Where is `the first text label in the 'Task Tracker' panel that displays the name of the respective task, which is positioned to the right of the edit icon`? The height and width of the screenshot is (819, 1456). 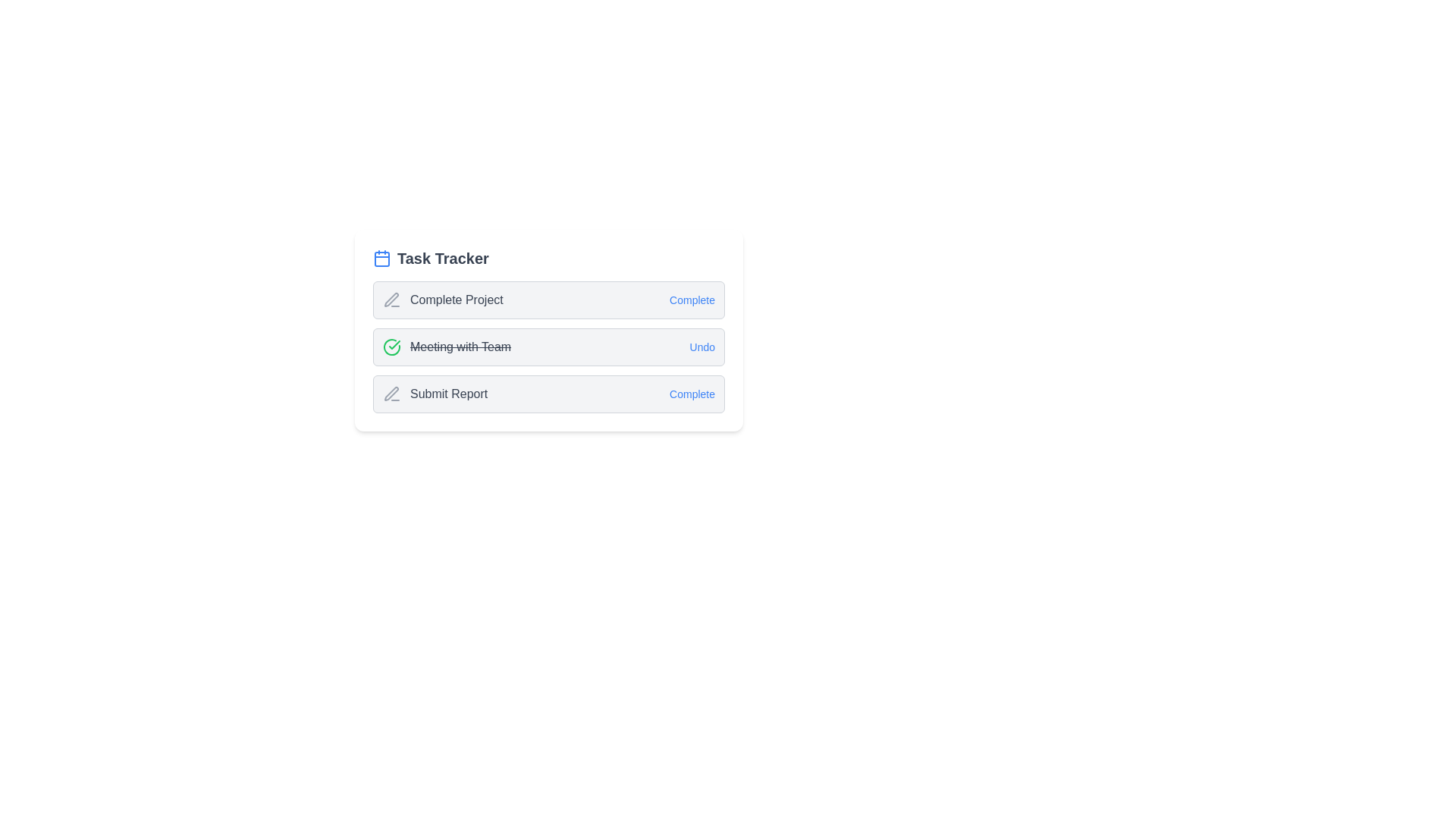
the first text label in the 'Task Tracker' panel that displays the name of the respective task, which is positioned to the right of the edit icon is located at coordinates (456, 300).